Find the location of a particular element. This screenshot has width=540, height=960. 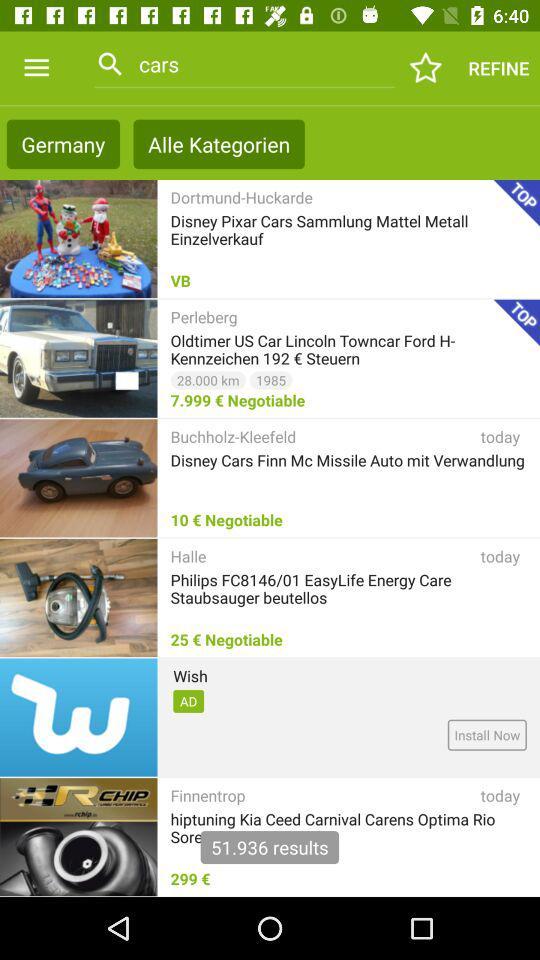

the wish item is located at coordinates (190, 675).